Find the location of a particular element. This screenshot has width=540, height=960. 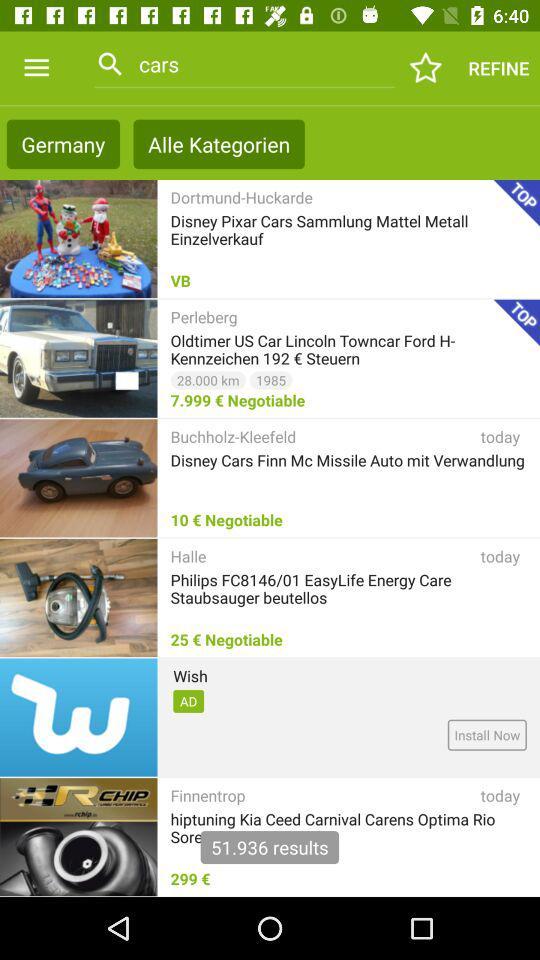

the wish item is located at coordinates (190, 675).